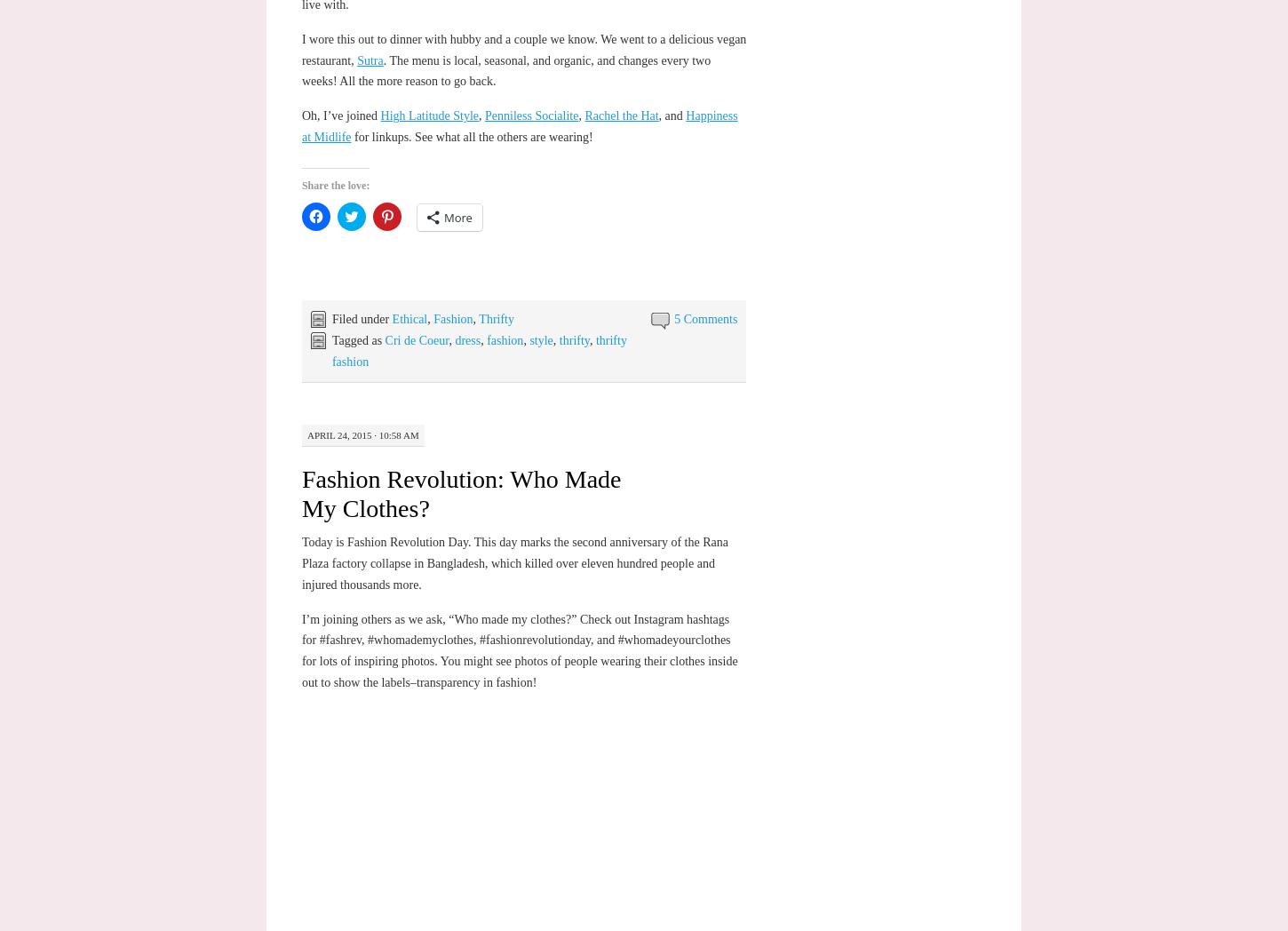 Image resolution: width=1288 pixels, height=931 pixels. What do you see at coordinates (442, 218) in the screenshot?
I see `'More'` at bounding box center [442, 218].